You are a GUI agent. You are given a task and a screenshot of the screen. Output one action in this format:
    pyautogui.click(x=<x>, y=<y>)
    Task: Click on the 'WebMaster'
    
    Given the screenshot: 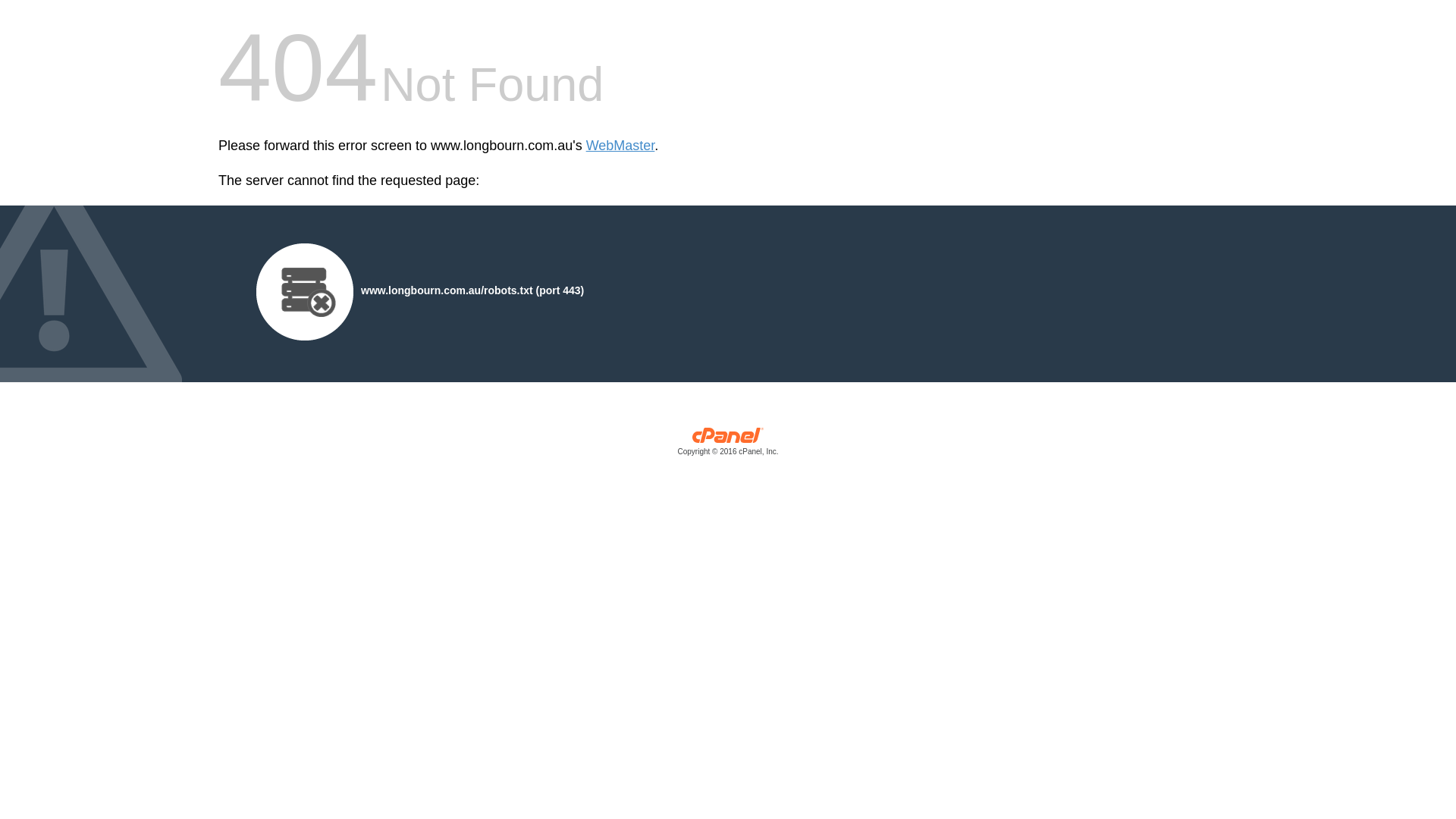 What is the action you would take?
    pyautogui.click(x=620, y=146)
    